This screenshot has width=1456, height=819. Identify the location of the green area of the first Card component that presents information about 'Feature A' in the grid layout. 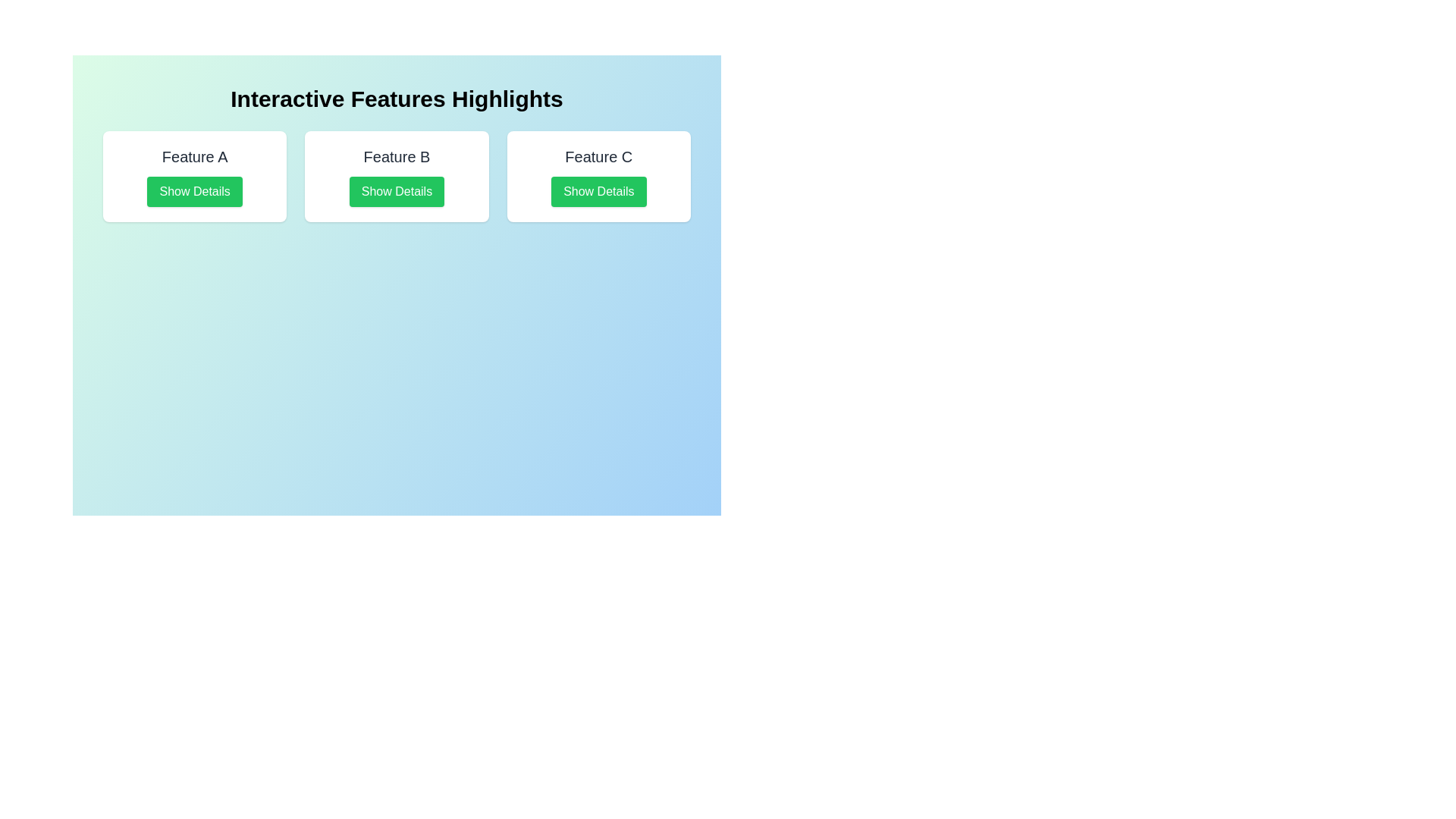
(194, 175).